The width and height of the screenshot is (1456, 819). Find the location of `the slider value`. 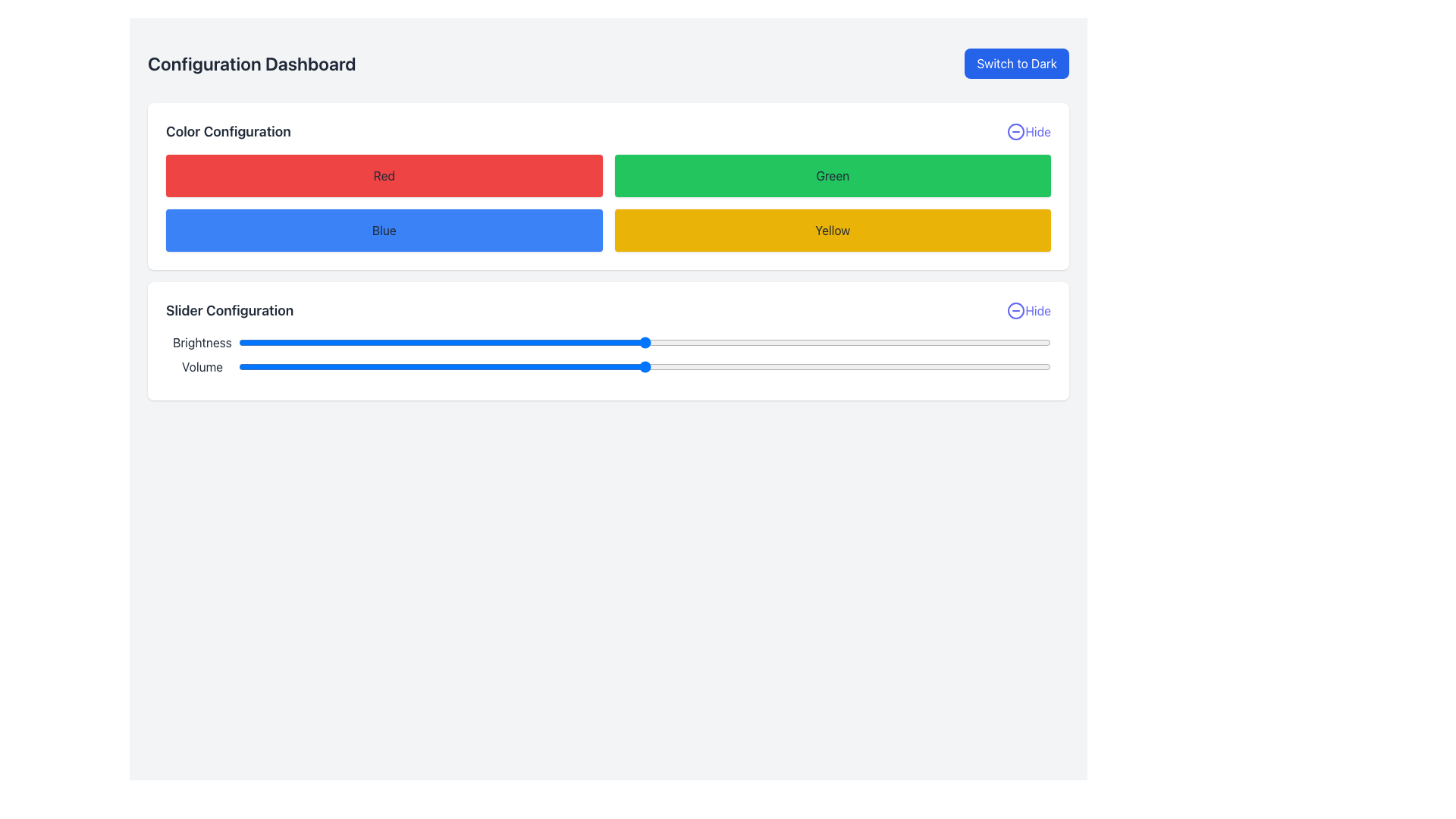

the slider value is located at coordinates (799, 366).